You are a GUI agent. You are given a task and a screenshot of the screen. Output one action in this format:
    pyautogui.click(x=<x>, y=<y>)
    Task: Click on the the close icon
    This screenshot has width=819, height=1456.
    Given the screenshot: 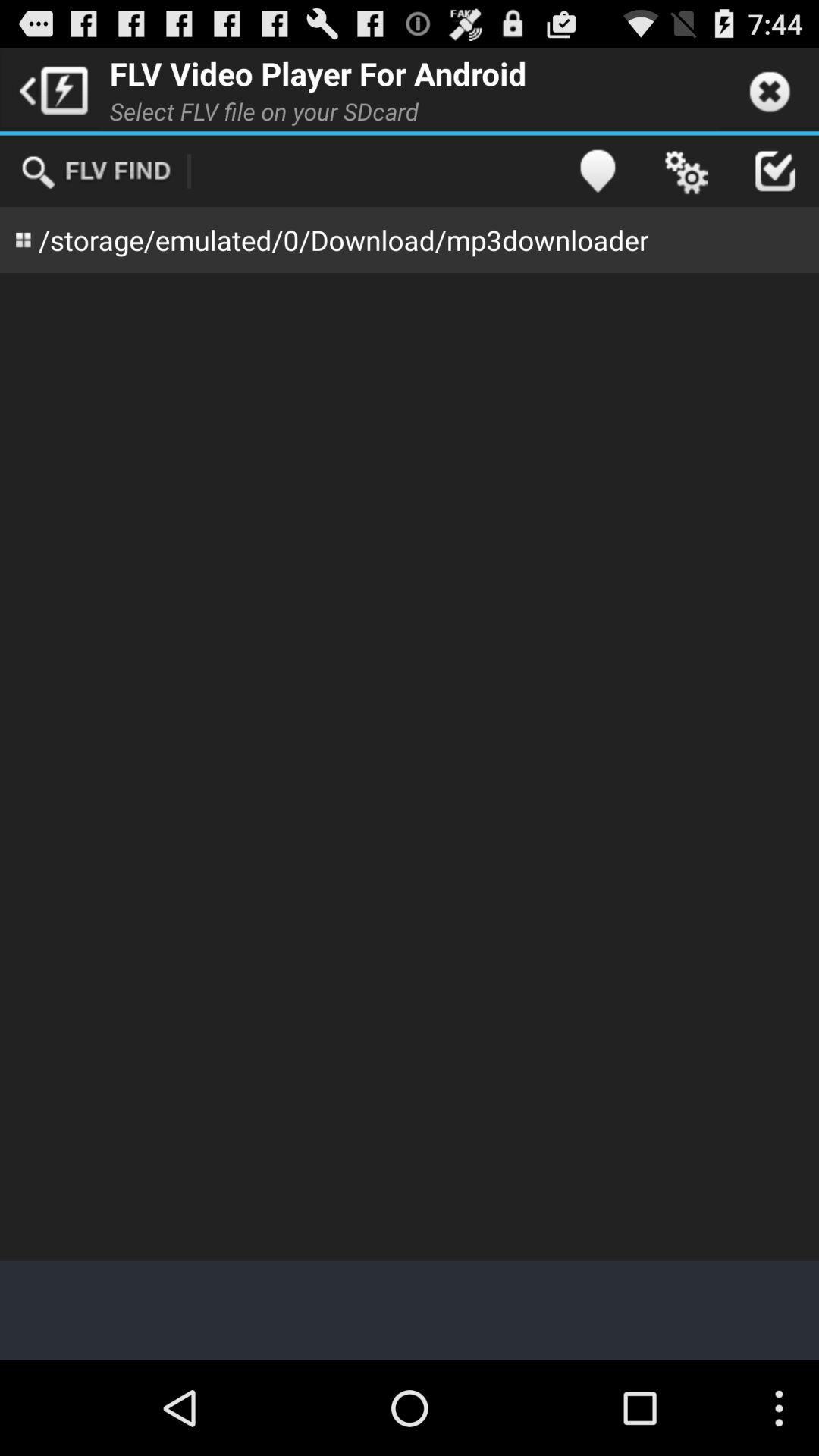 What is the action you would take?
    pyautogui.click(x=769, y=94)
    